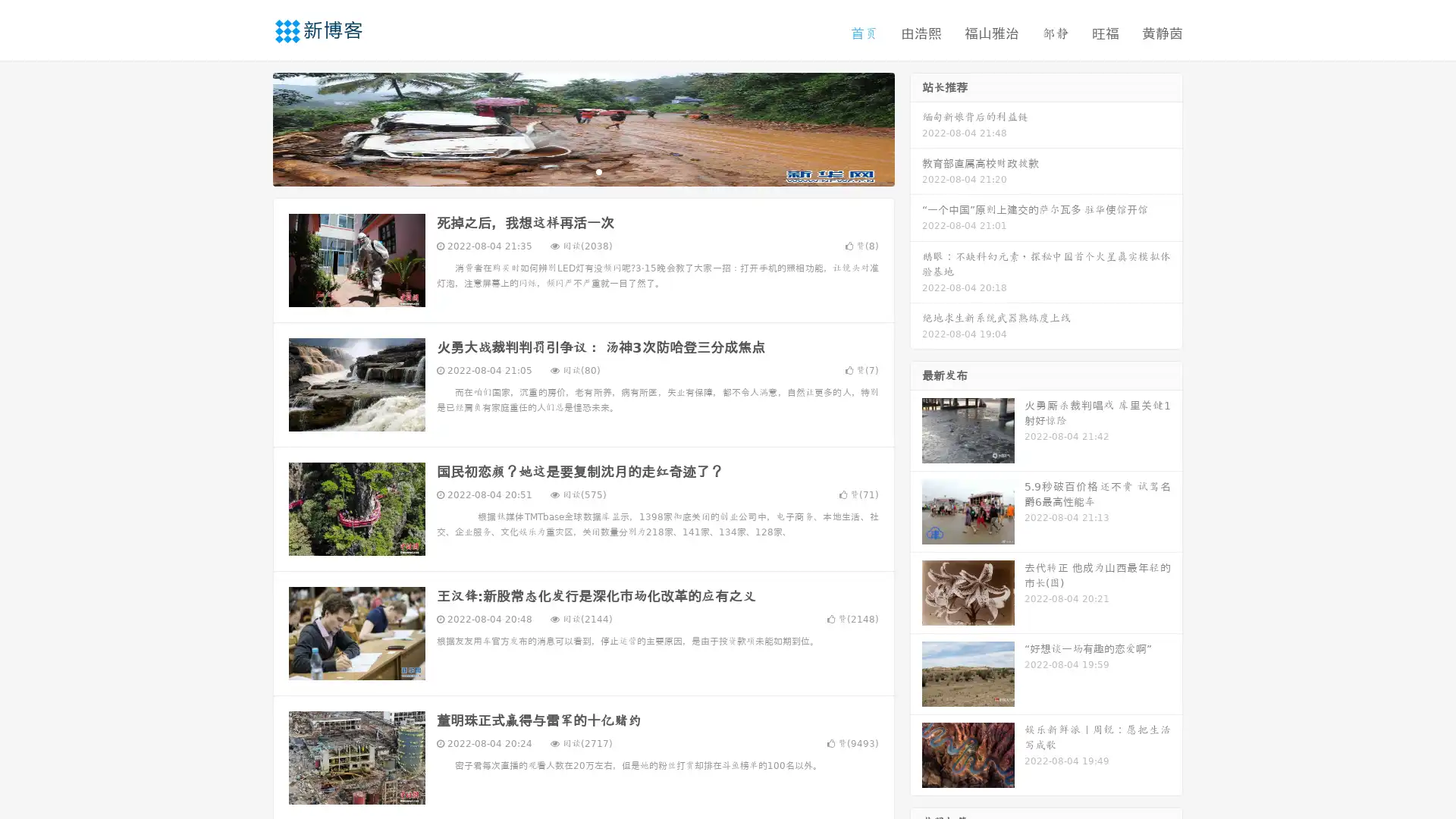 The height and width of the screenshot is (819, 1456). Describe the element at coordinates (916, 127) in the screenshot. I see `Next slide` at that location.